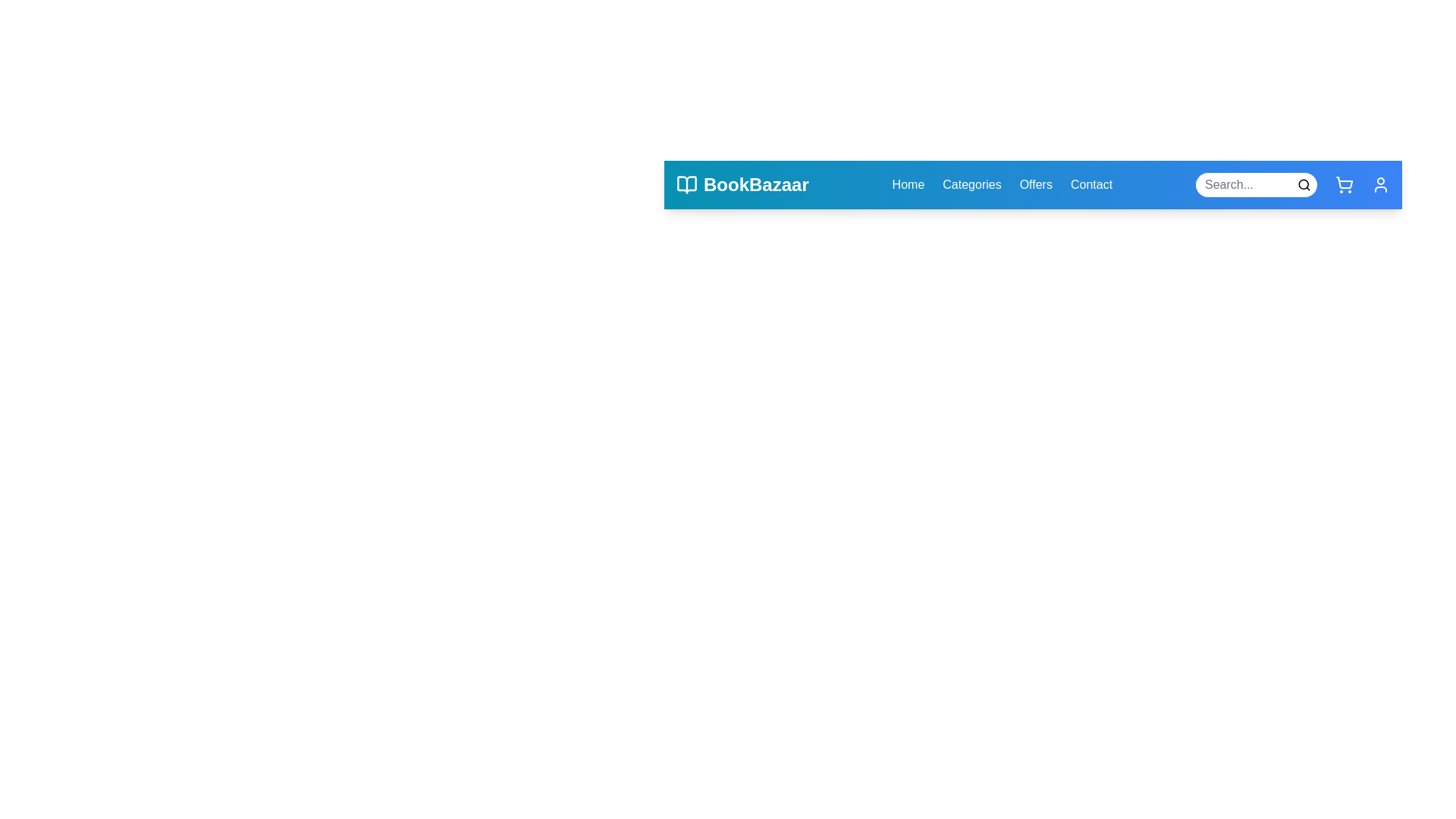 This screenshot has width=1456, height=819. What do you see at coordinates (1303, 184) in the screenshot?
I see `the search button in the search bar` at bounding box center [1303, 184].